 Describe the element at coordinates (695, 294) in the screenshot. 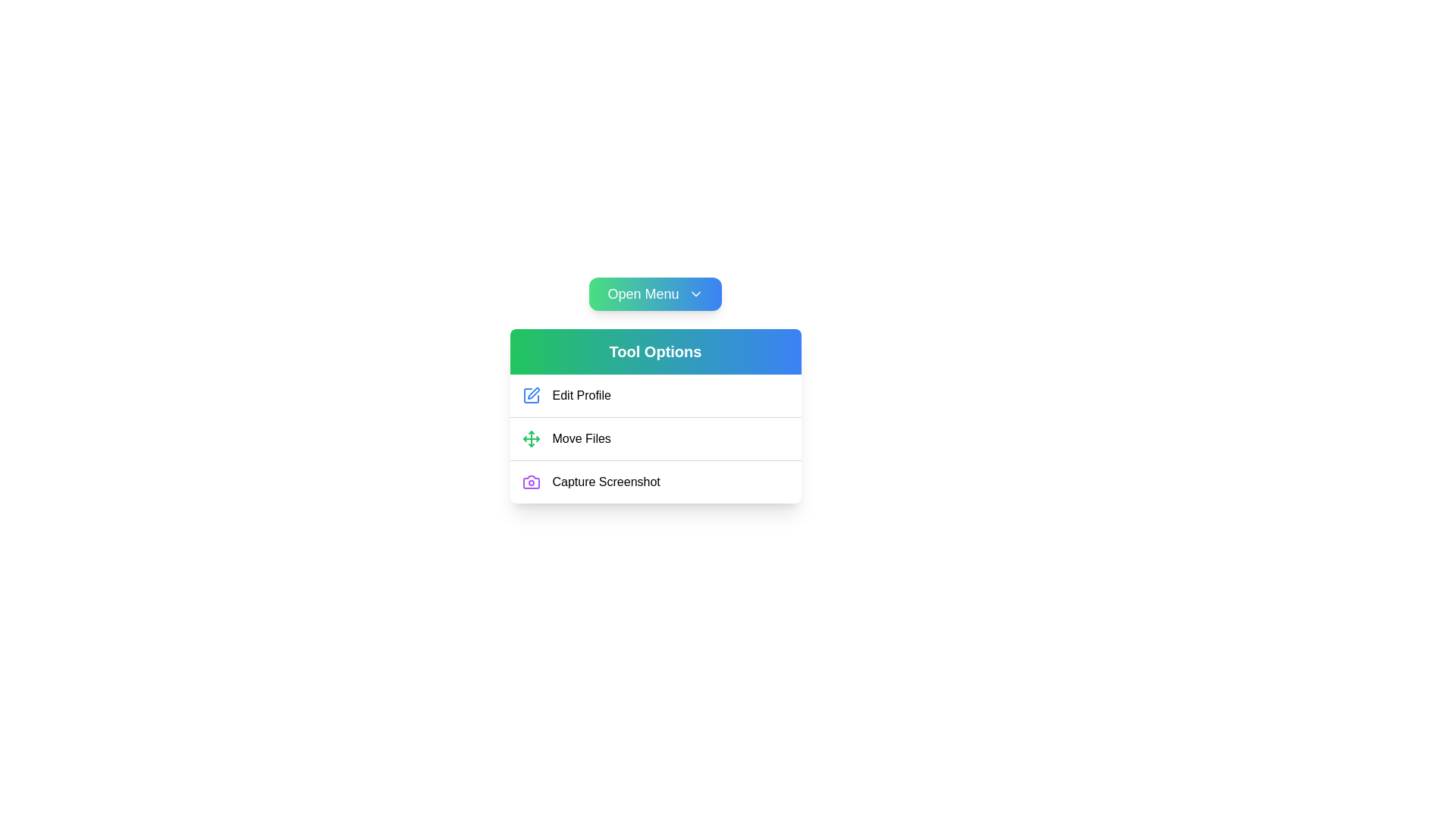

I see `the chevron/downward arrow icon located on the right side of the 'Open Menu' button to indicate that it can be clicked` at that location.